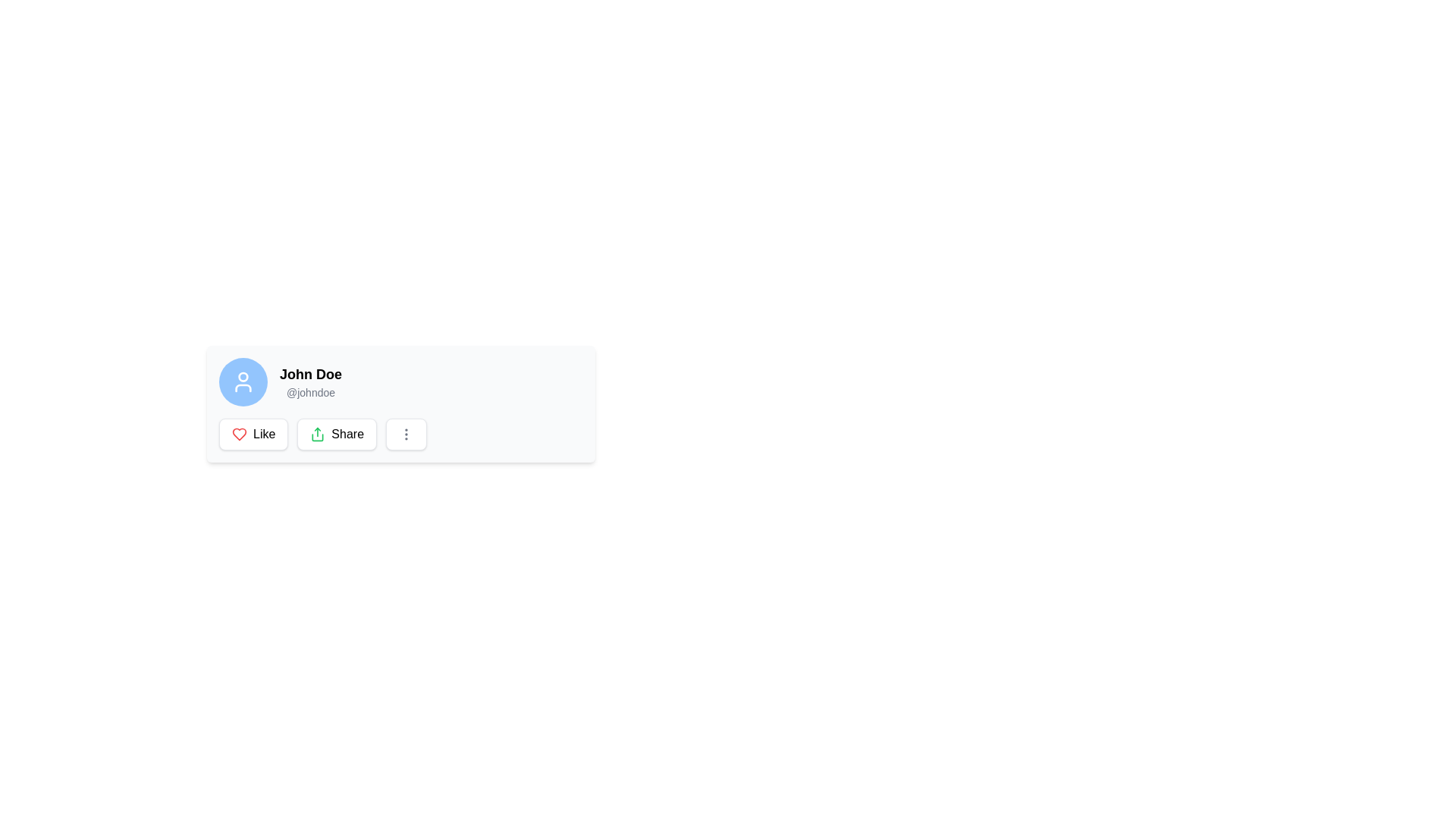  What do you see at coordinates (309, 374) in the screenshot?
I see `the user name text element displaying 'John Doe' within the layout card, which is positioned next to the profile image` at bounding box center [309, 374].